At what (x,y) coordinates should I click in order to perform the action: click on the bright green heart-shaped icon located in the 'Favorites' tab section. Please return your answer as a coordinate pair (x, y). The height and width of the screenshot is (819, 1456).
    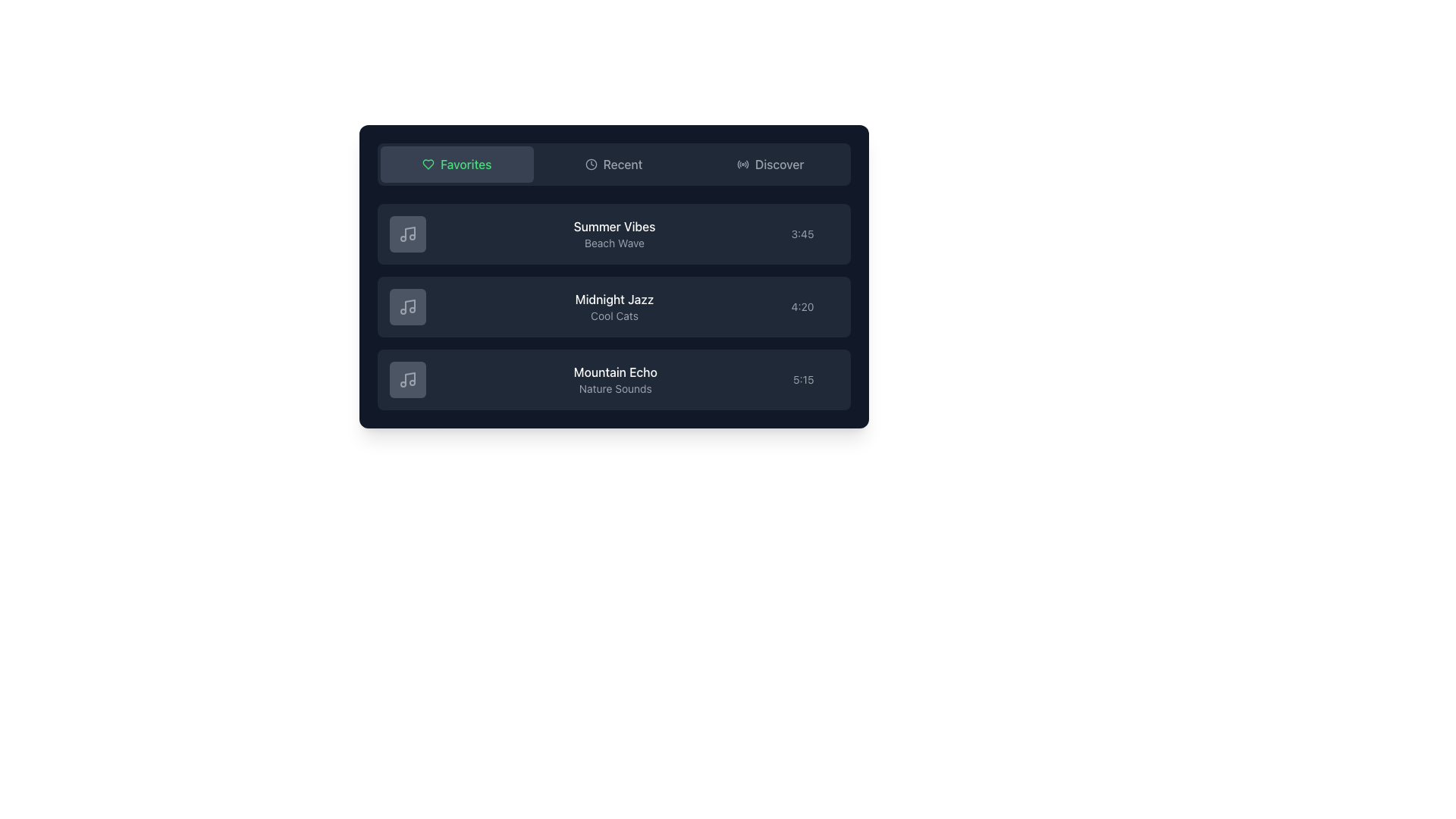
    Looking at the image, I should click on (428, 164).